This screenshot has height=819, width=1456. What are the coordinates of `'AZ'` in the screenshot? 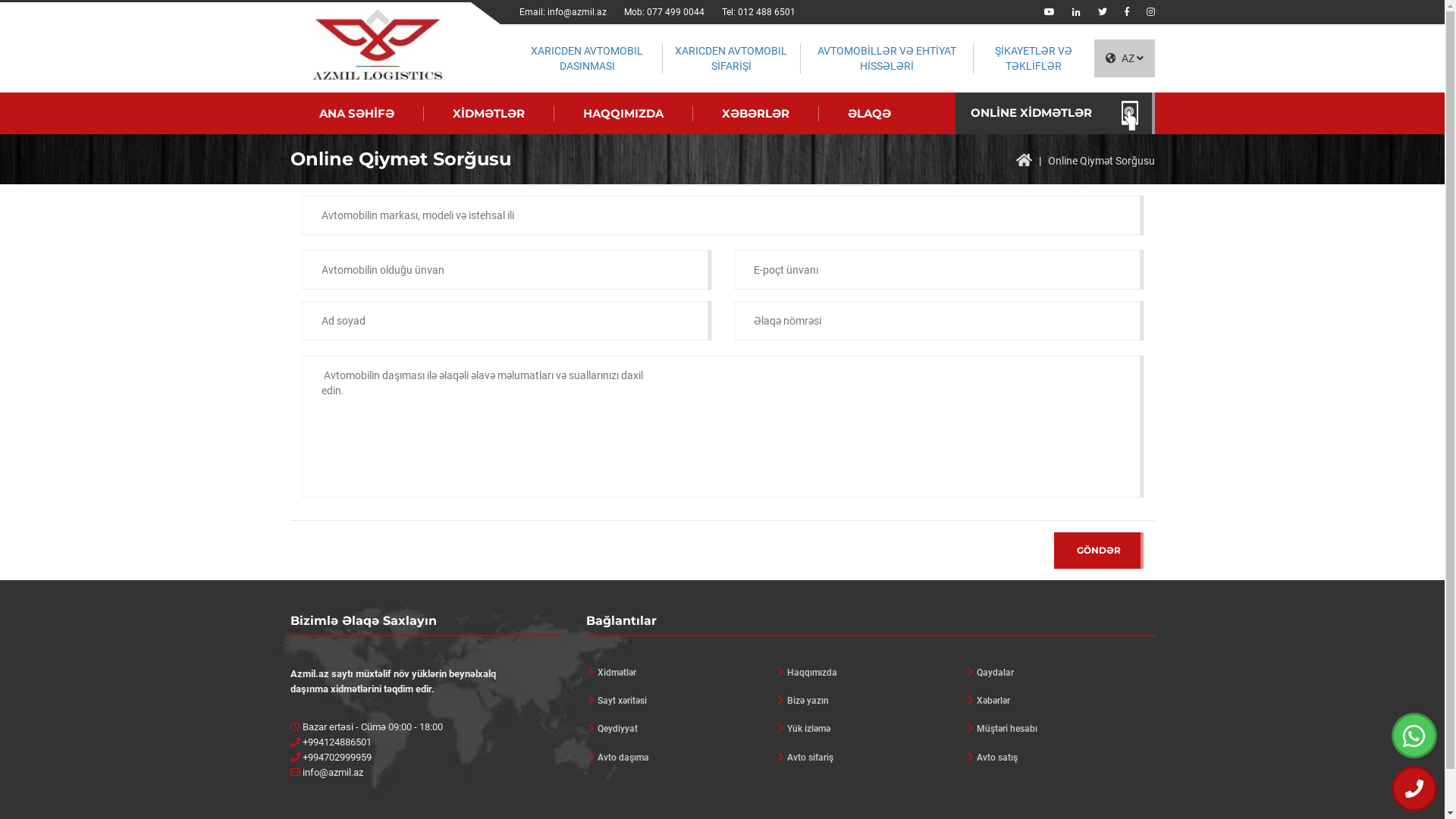 It's located at (1124, 58).